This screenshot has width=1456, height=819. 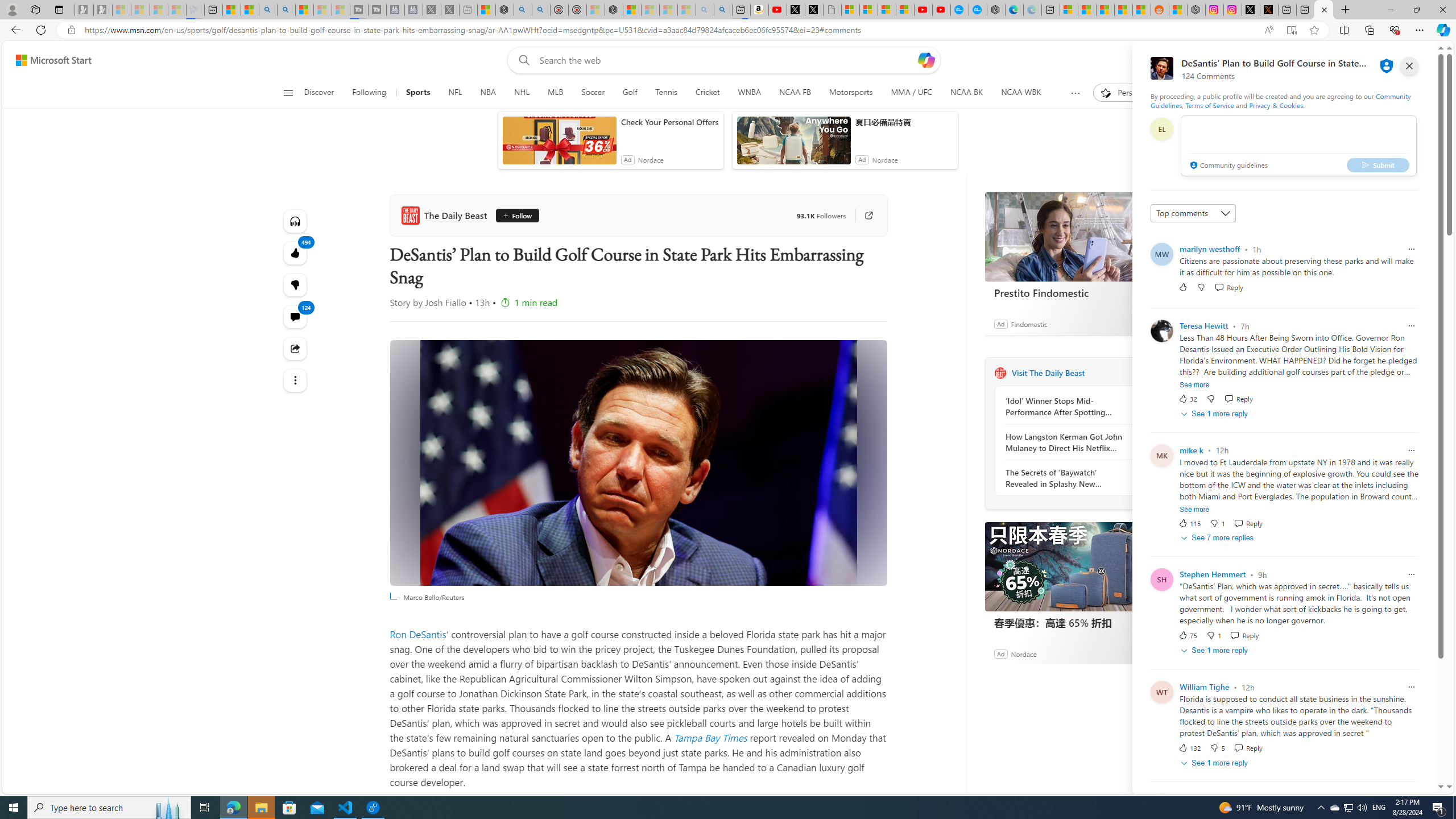 I want to click on 'Following', so click(x=369, y=92).